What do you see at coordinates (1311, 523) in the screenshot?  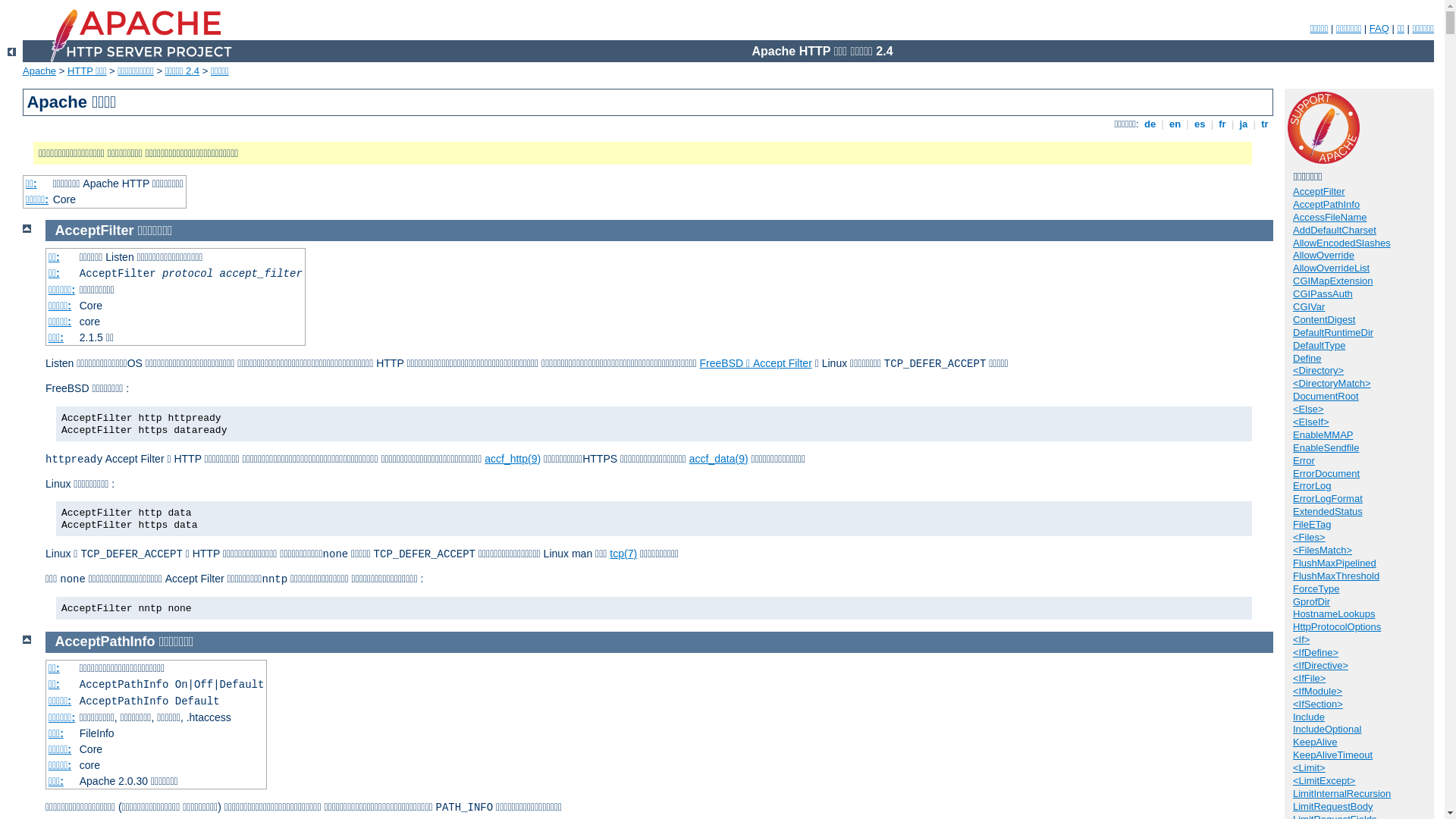 I see `'FileETag'` at bounding box center [1311, 523].